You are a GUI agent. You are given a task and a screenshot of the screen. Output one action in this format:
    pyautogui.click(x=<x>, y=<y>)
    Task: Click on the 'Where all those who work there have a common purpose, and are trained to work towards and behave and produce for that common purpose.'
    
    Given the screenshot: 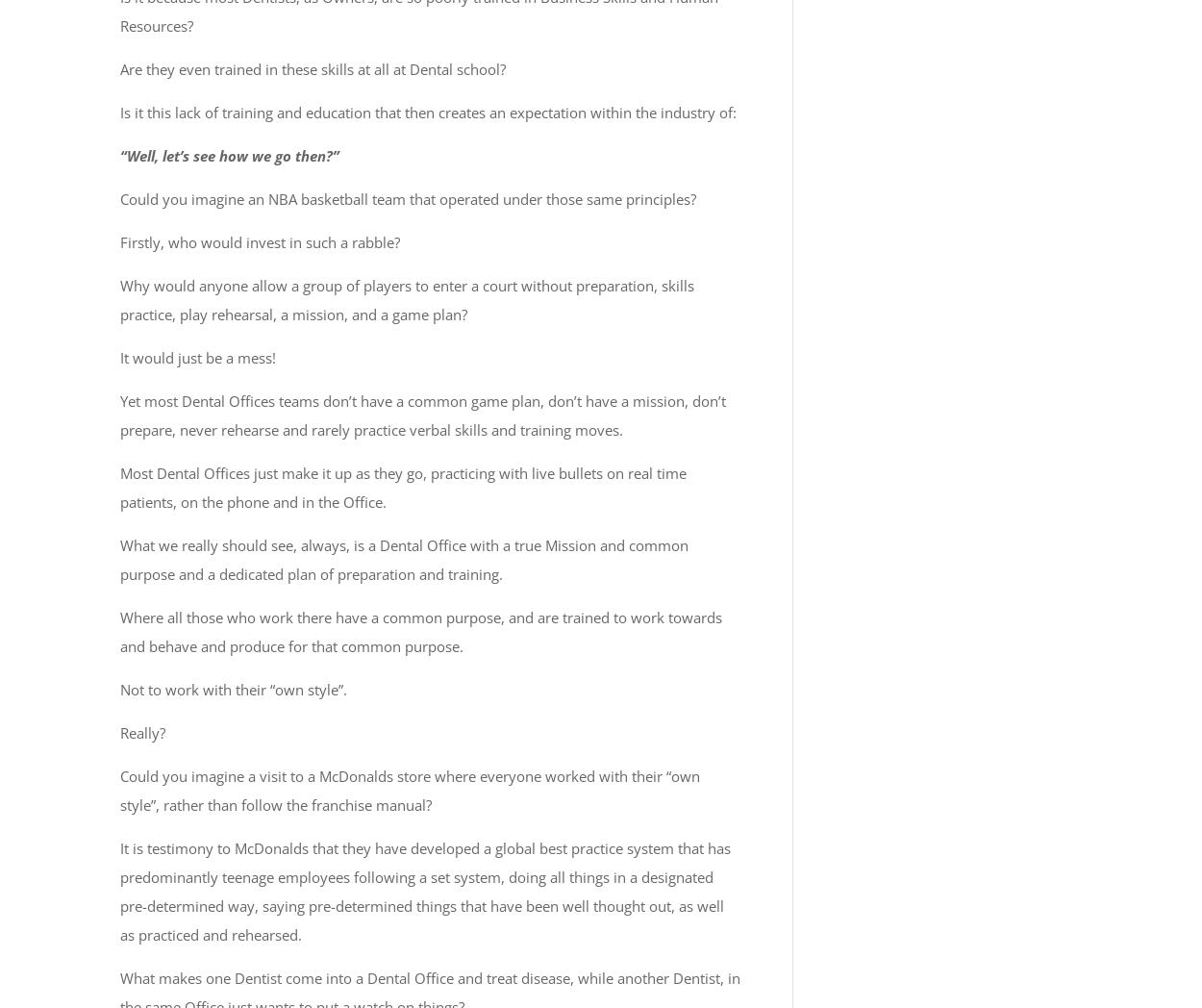 What is the action you would take?
    pyautogui.click(x=421, y=631)
    